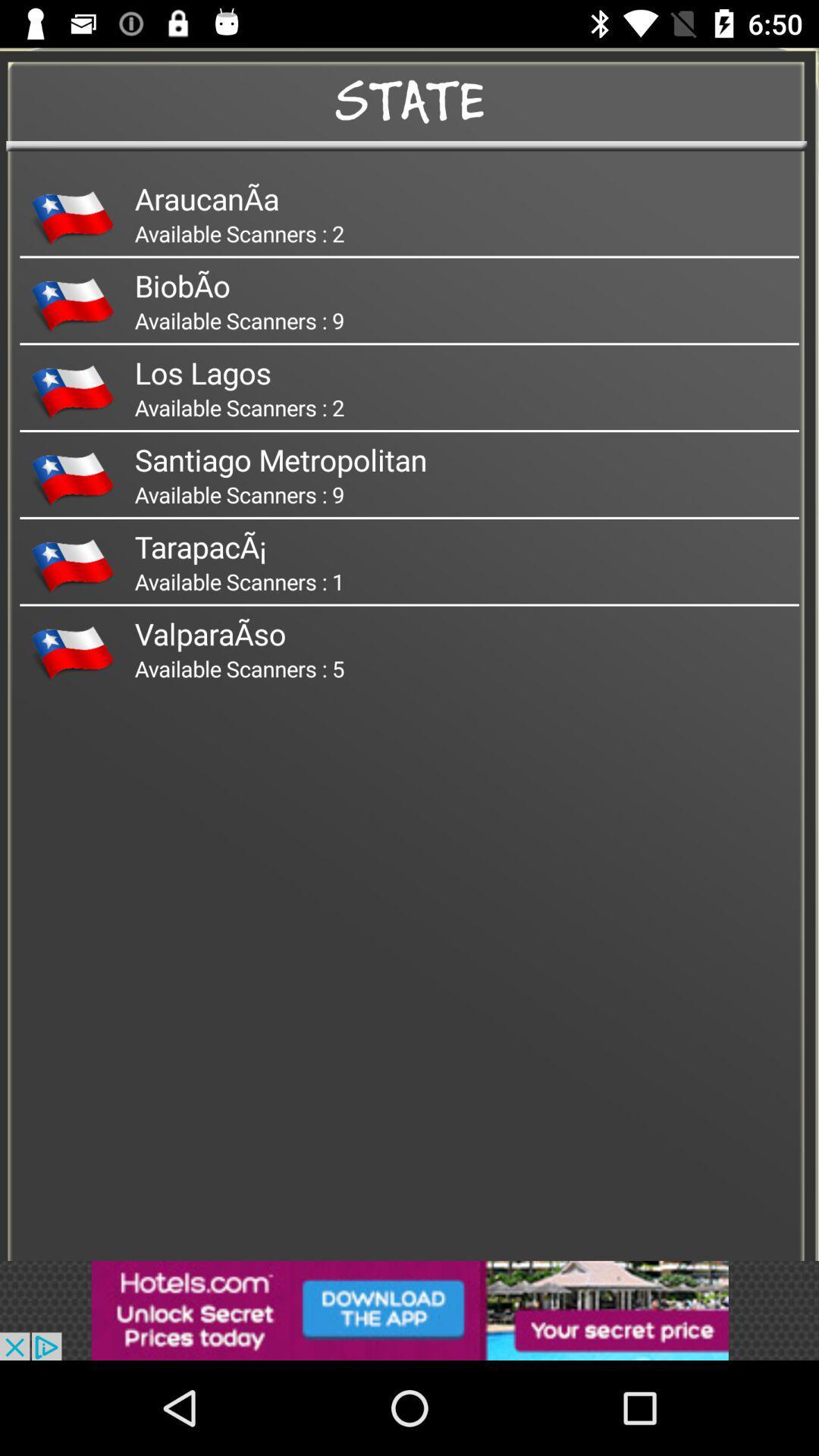  I want to click on advertisement, so click(409, 1310).